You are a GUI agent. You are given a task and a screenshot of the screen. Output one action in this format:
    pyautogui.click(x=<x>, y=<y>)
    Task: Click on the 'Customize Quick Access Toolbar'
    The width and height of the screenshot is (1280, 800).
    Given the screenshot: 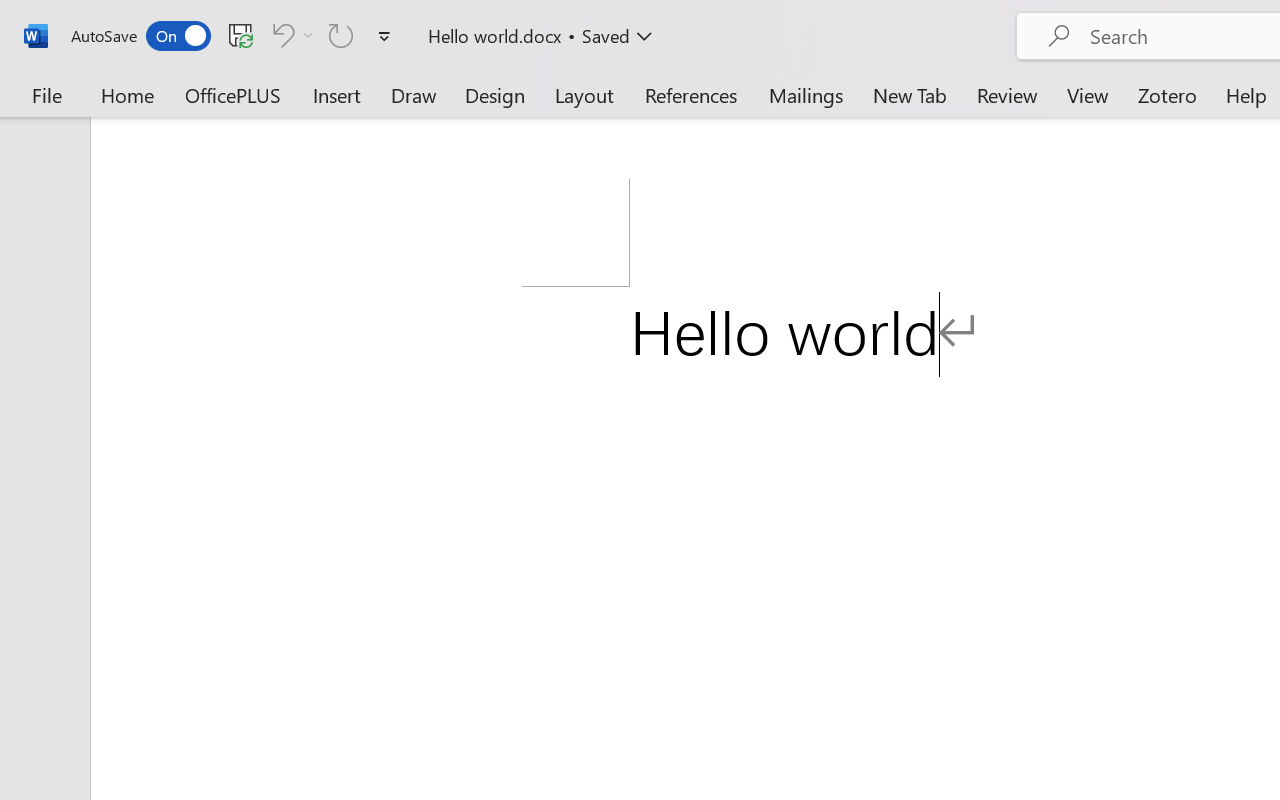 What is the action you would take?
    pyautogui.click(x=384, y=35)
    